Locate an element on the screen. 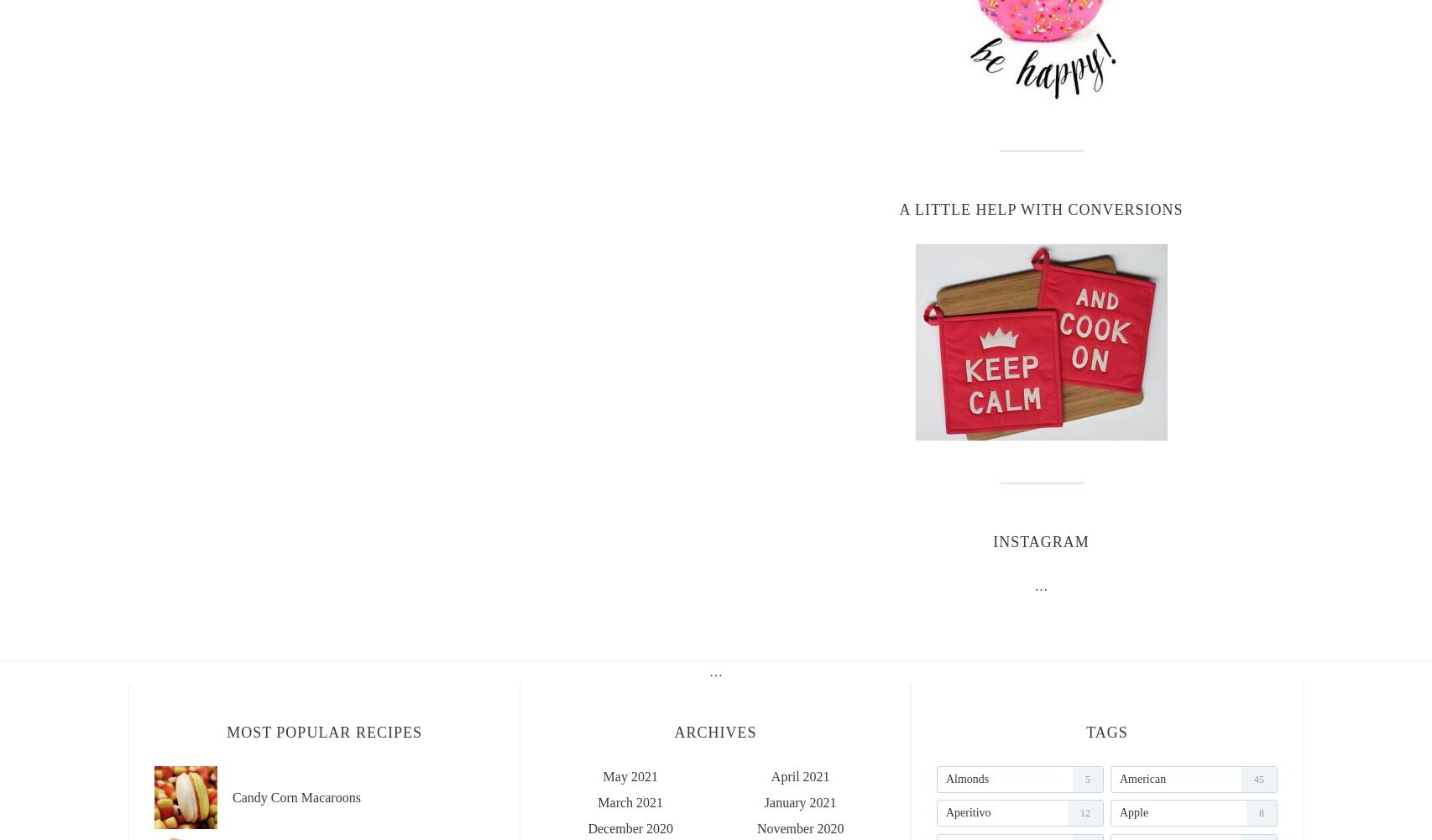  '45' is located at coordinates (1252, 780).